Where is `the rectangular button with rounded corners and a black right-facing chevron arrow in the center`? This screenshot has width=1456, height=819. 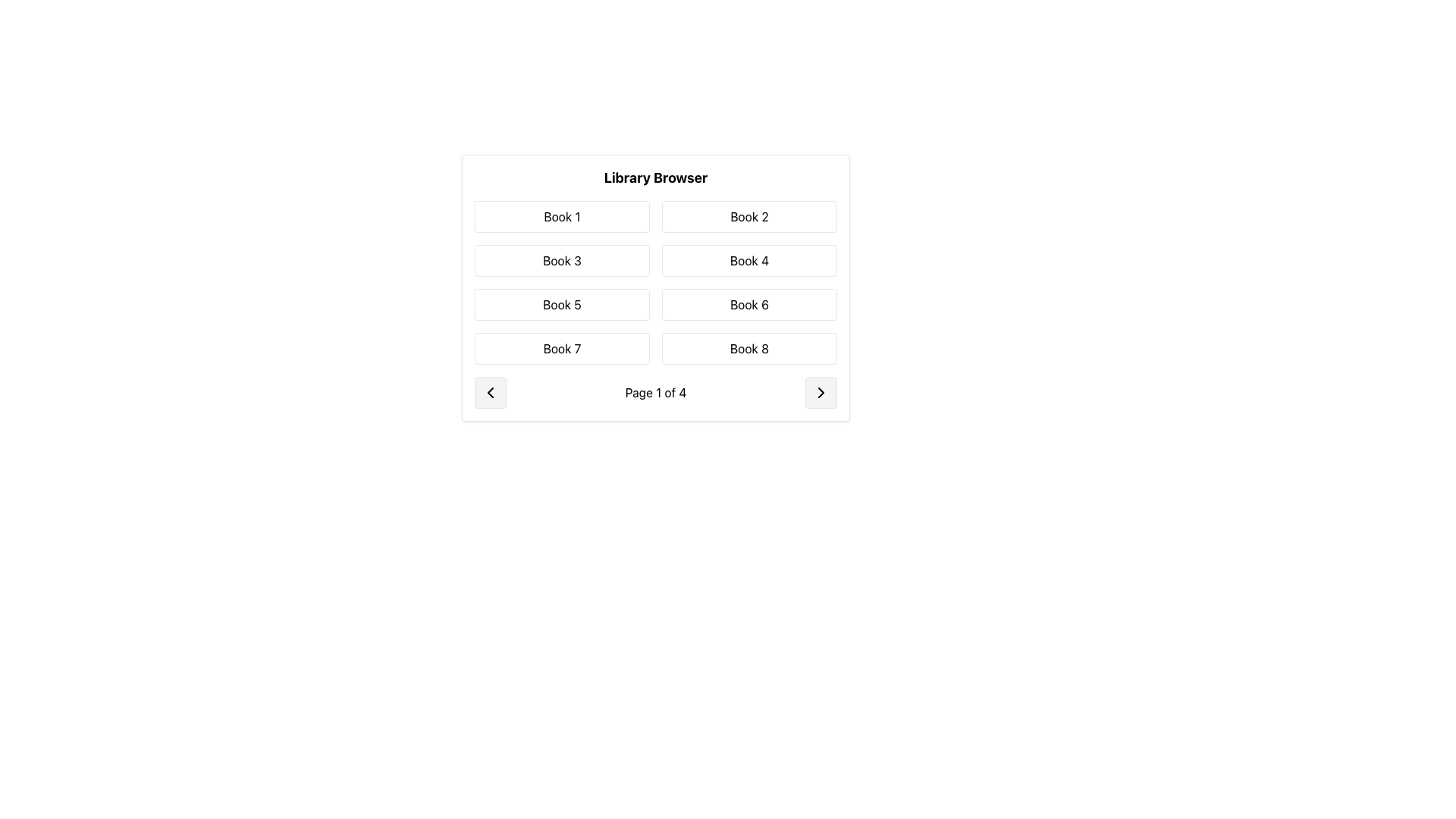 the rectangular button with rounded corners and a black right-facing chevron arrow in the center is located at coordinates (821, 391).